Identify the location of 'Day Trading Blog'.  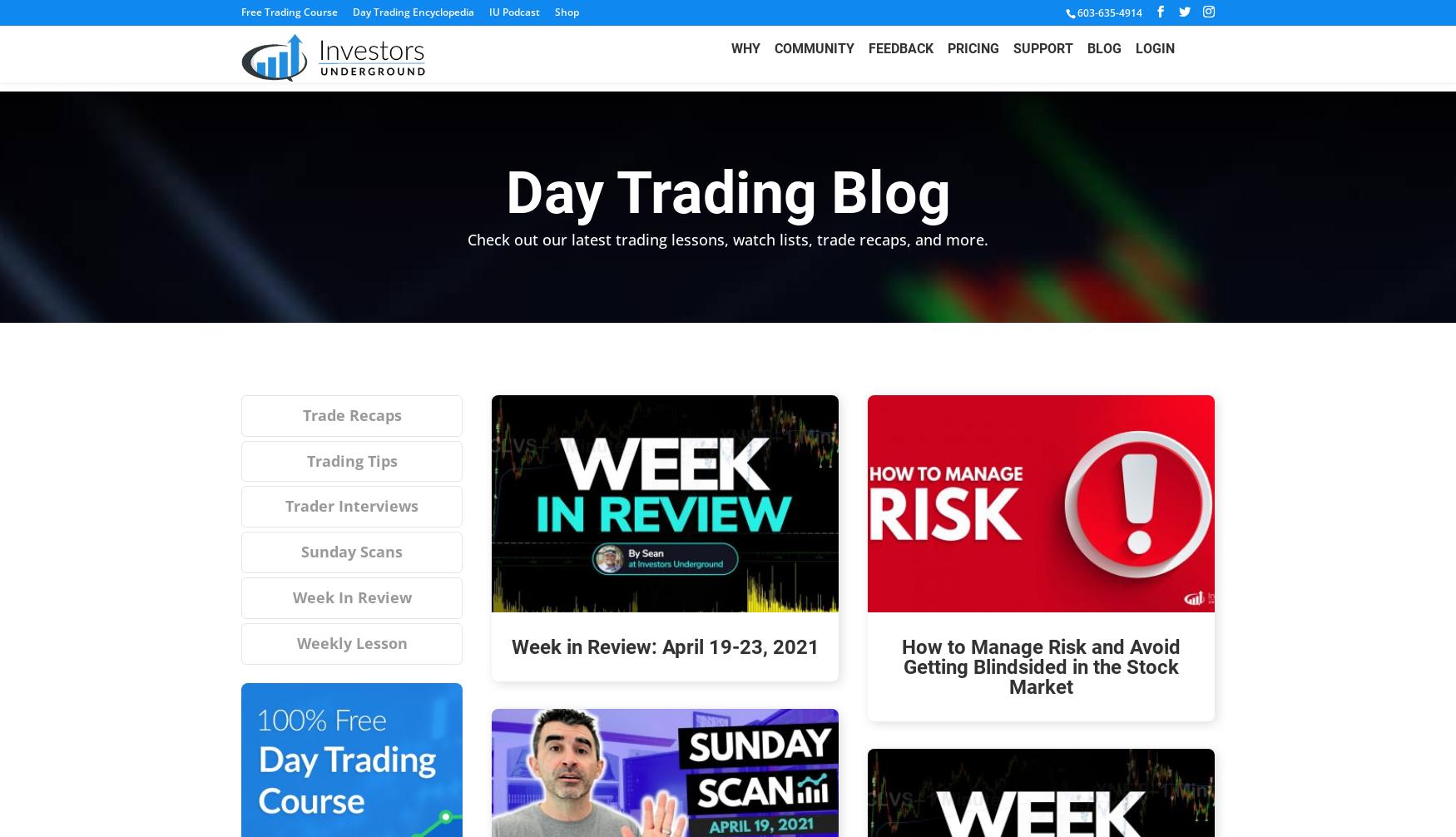
(727, 192).